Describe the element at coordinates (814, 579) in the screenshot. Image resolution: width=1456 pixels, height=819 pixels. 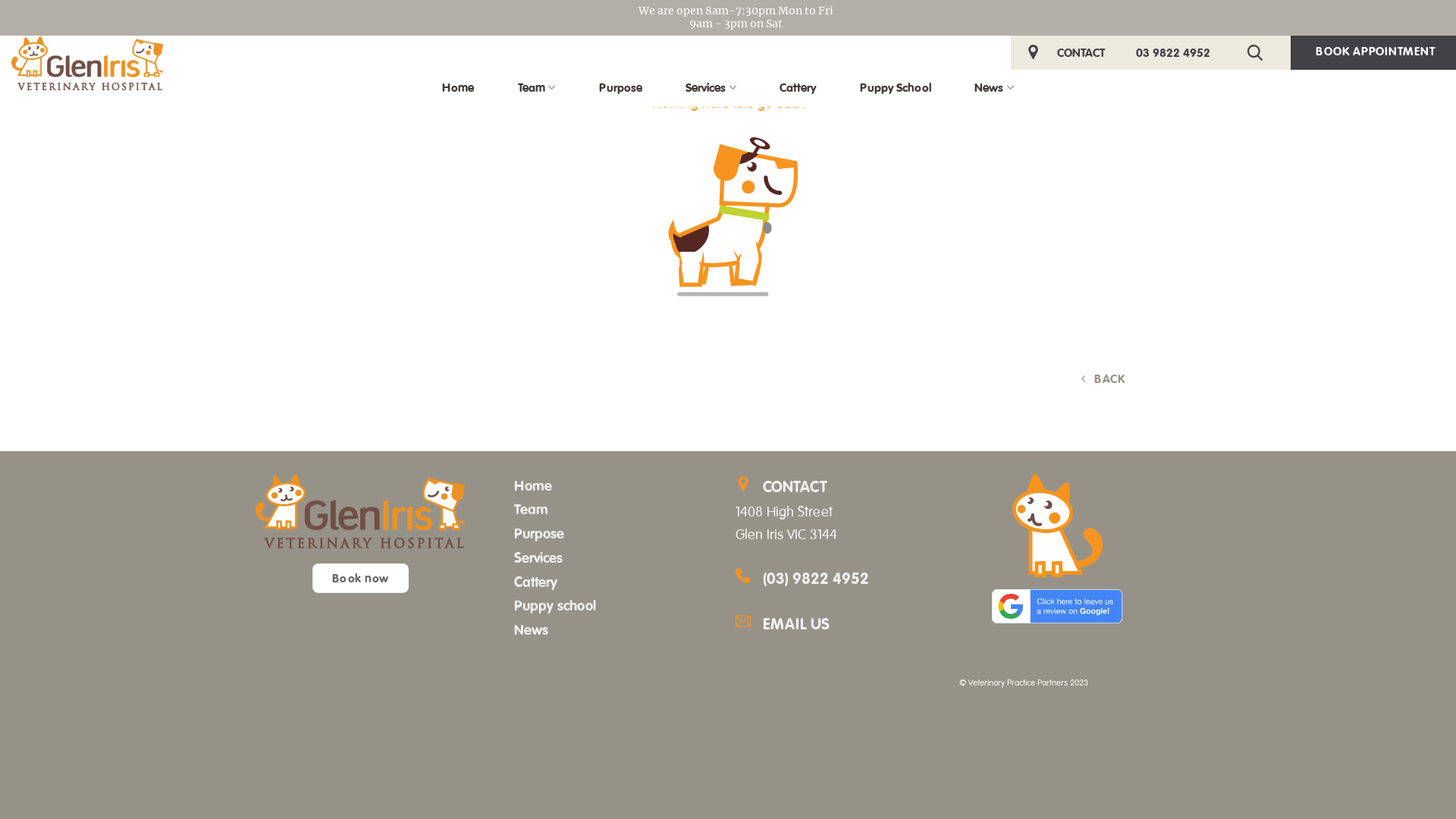
I see `'(03) 9822 4952'` at that location.